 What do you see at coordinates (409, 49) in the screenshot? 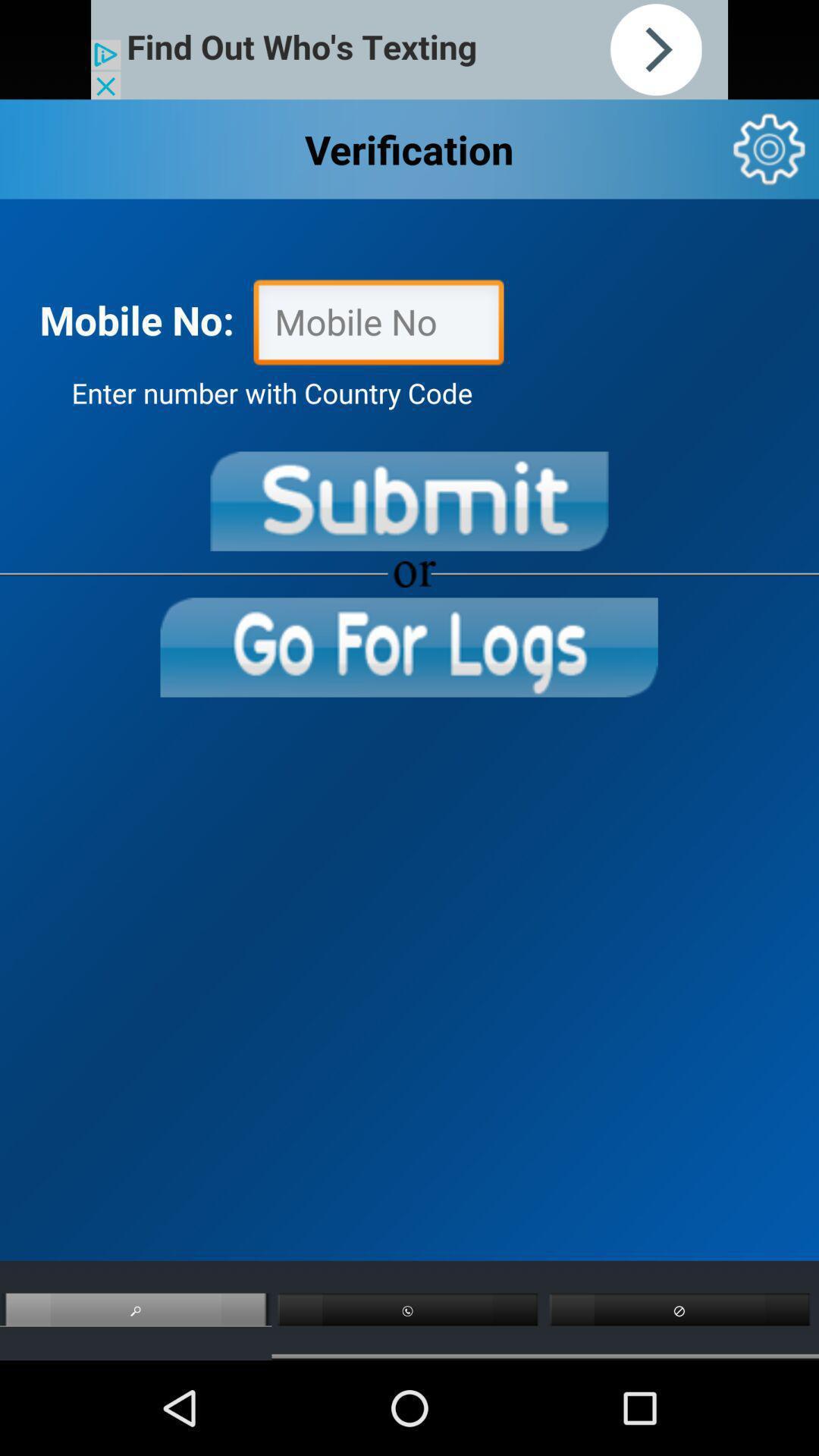
I see `link to advertisement` at bounding box center [409, 49].